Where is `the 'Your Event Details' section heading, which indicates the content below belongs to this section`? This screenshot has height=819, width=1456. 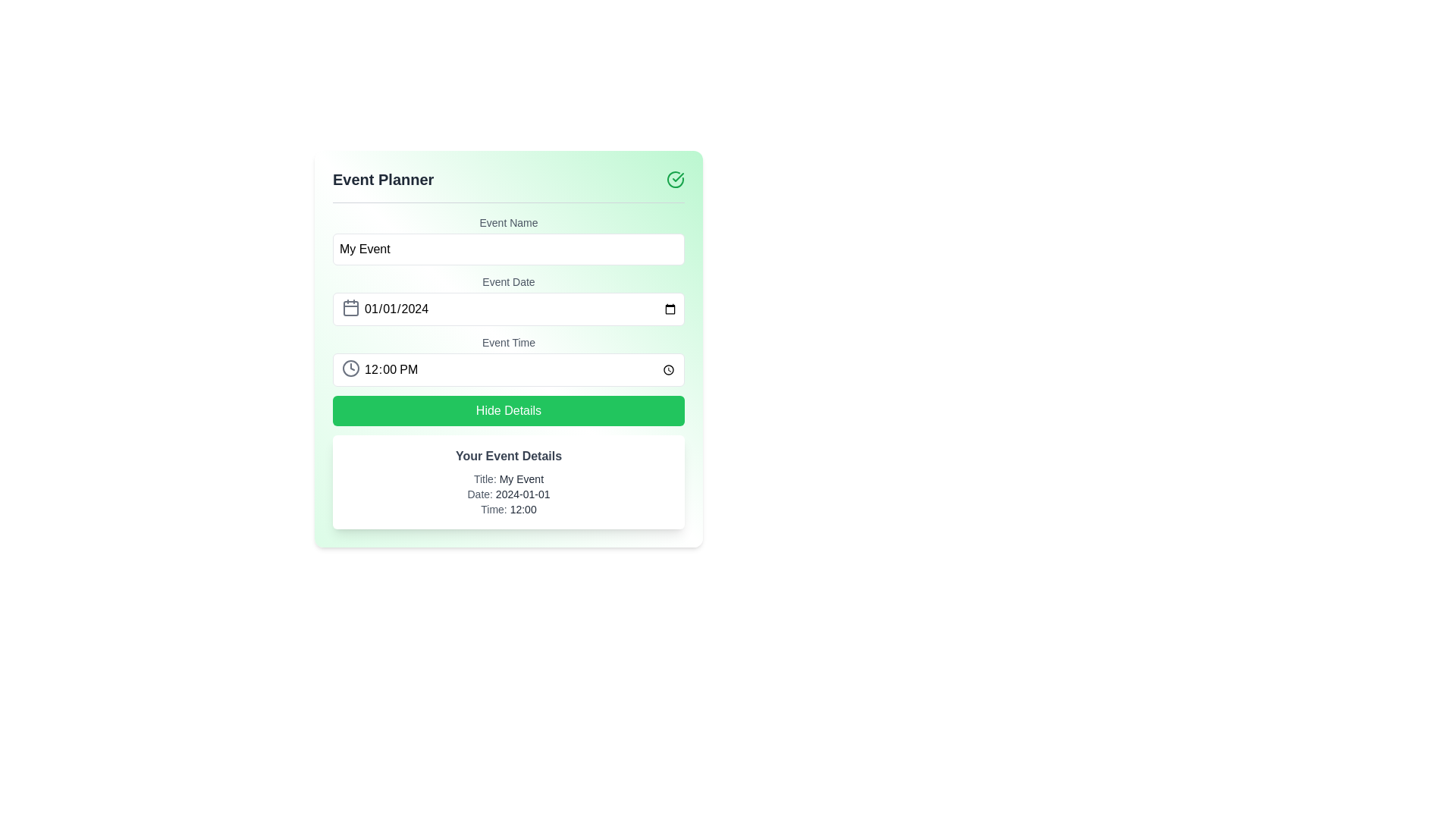 the 'Your Event Details' section heading, which indicates the content below belongs to this section is located at coordinates (509, 455).